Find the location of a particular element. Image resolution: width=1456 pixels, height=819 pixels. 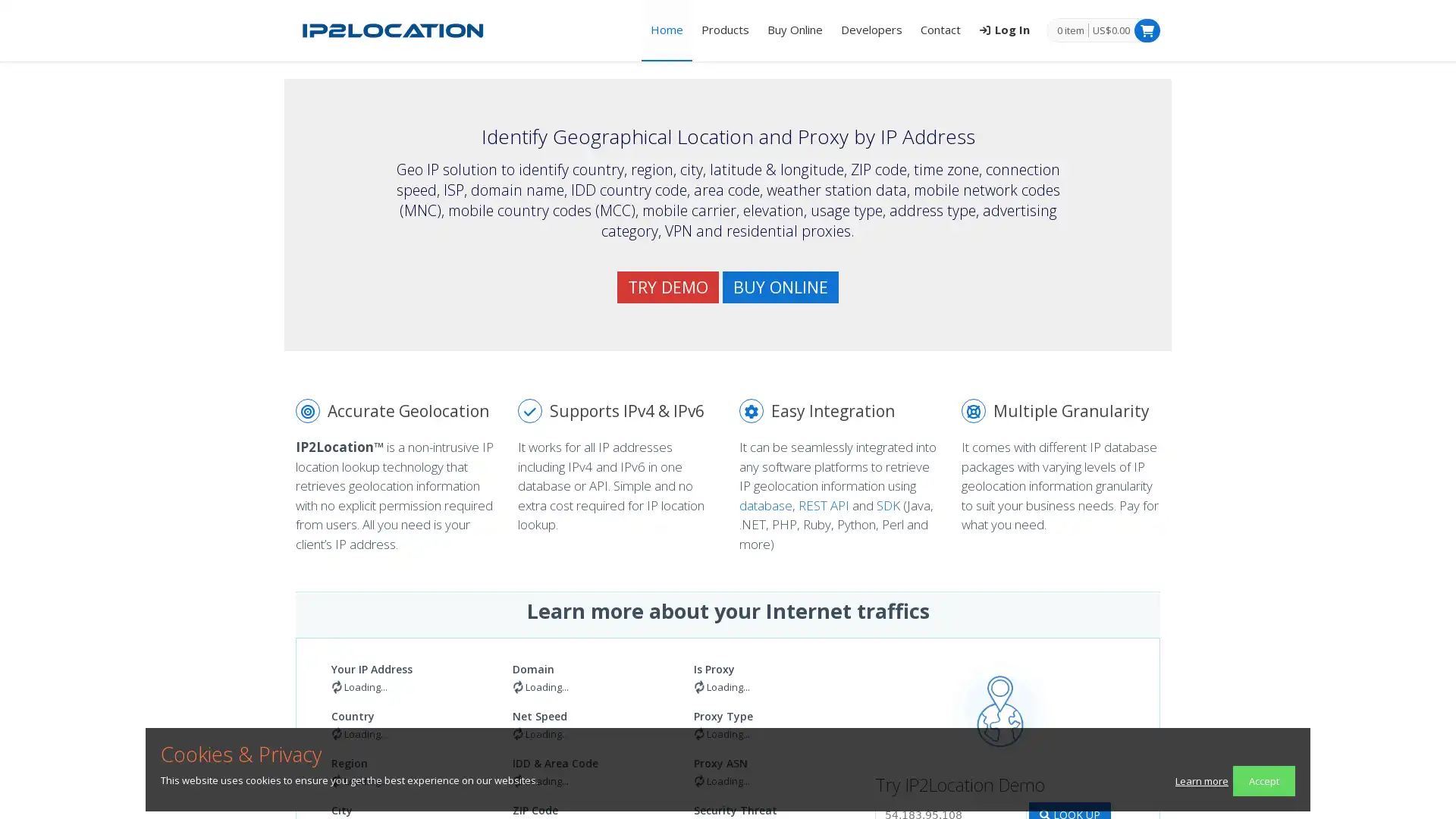

BUY ONLINE is located at coordinates (780, 287).